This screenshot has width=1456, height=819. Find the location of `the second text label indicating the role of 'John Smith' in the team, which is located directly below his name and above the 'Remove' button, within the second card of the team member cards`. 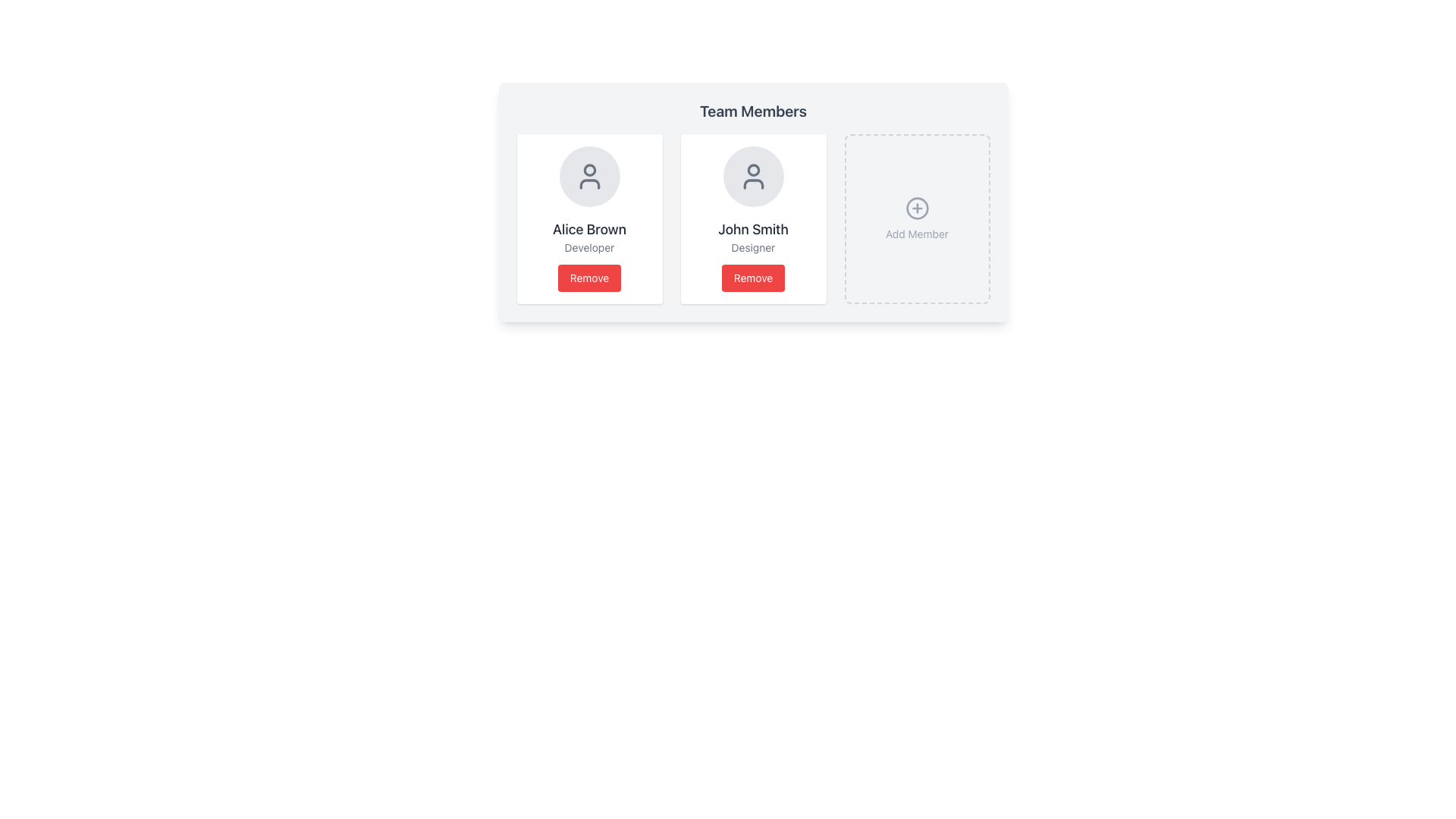

the second text label indicating the role of 'John Smith' in the team, which is located directly below his name and above the 'Remove' button, within the second card of the team member cards is located at coordinates (753, 247).